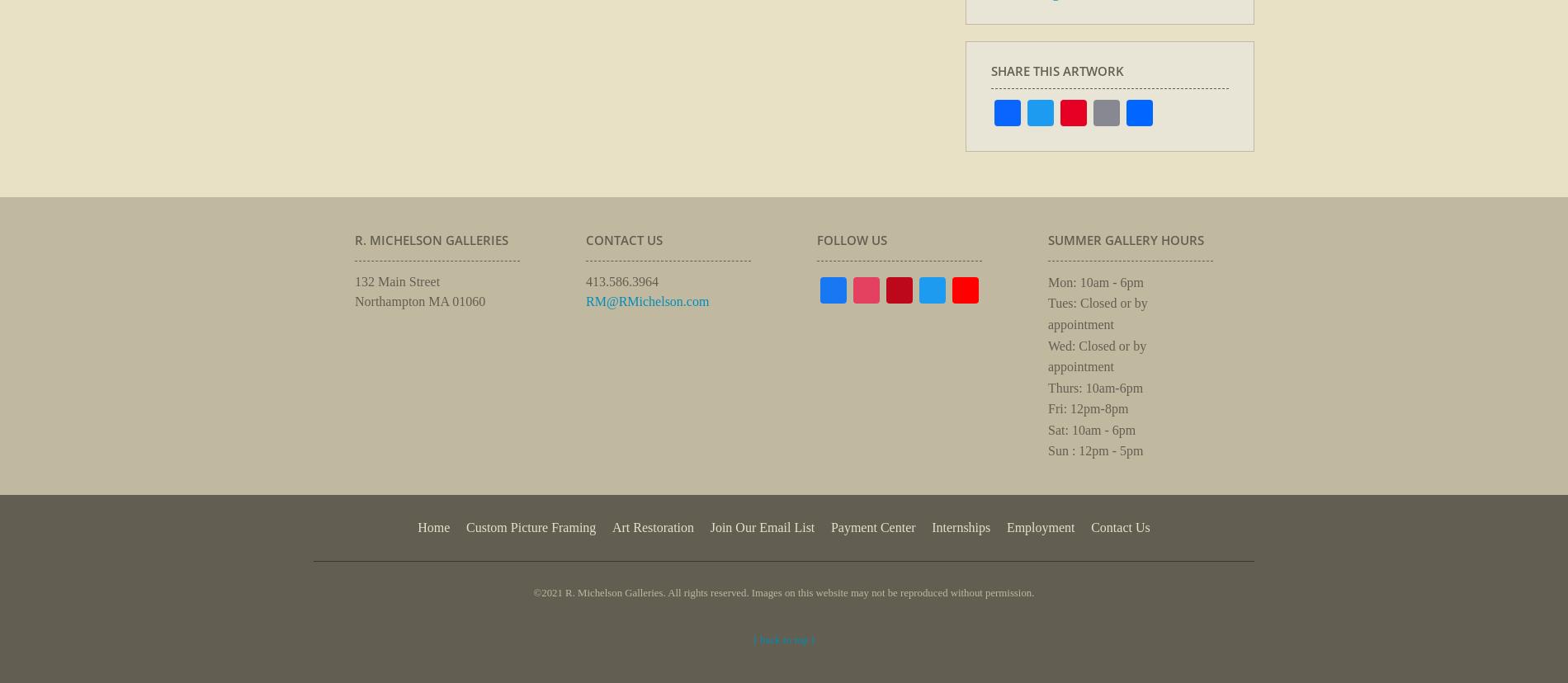 This screenshot has height=683, width=1568. Describe the element at coordinates (353, 300) in the screenshot. I see `'Northampton MA 01060'` at that location.